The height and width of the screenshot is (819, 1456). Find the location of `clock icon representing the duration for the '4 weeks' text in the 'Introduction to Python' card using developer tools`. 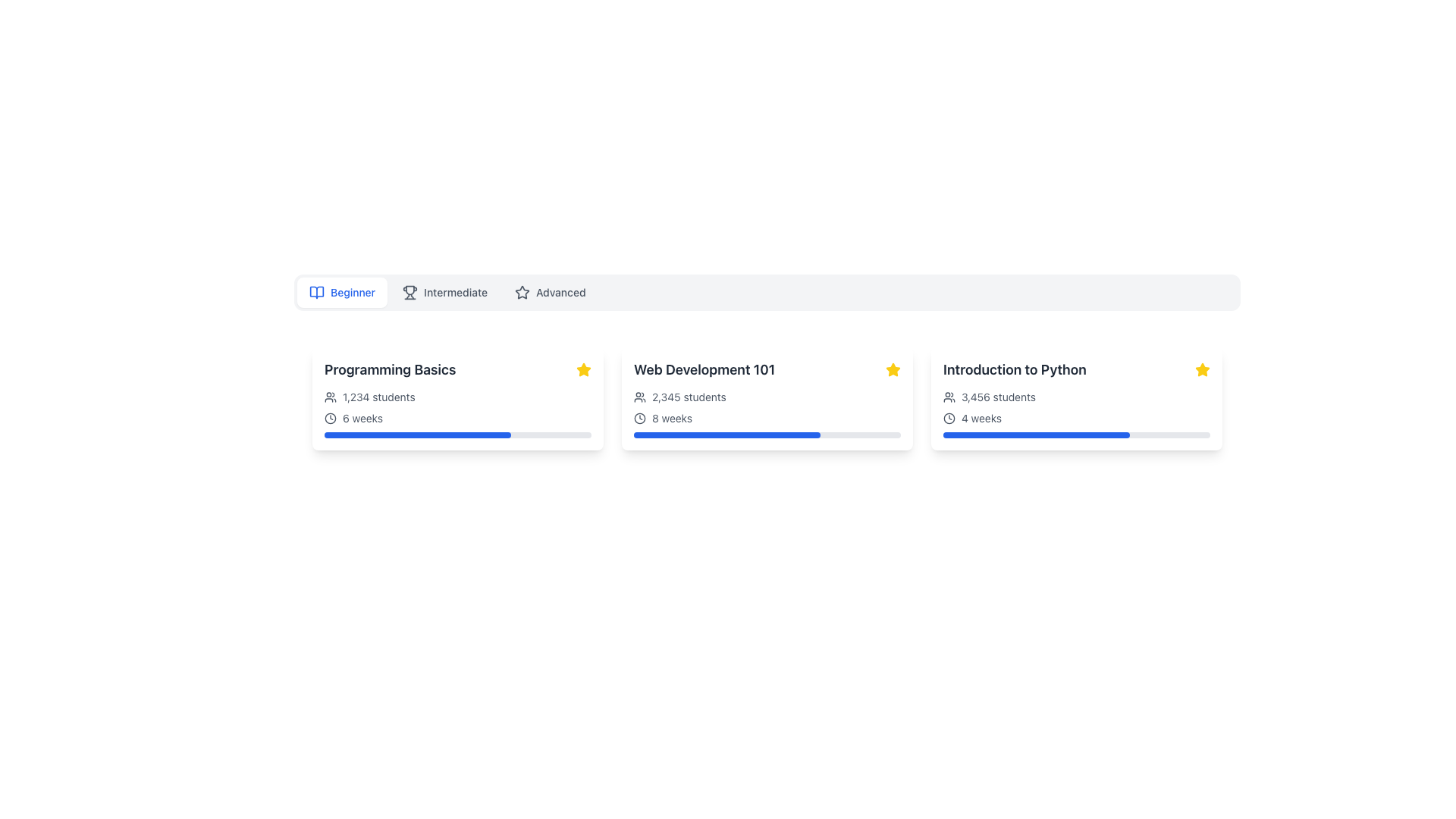

clock icon representing the duration for the '4 weeks' text in the 'Introduction to Python' card using developer tools is located at coordinates (949, 418).